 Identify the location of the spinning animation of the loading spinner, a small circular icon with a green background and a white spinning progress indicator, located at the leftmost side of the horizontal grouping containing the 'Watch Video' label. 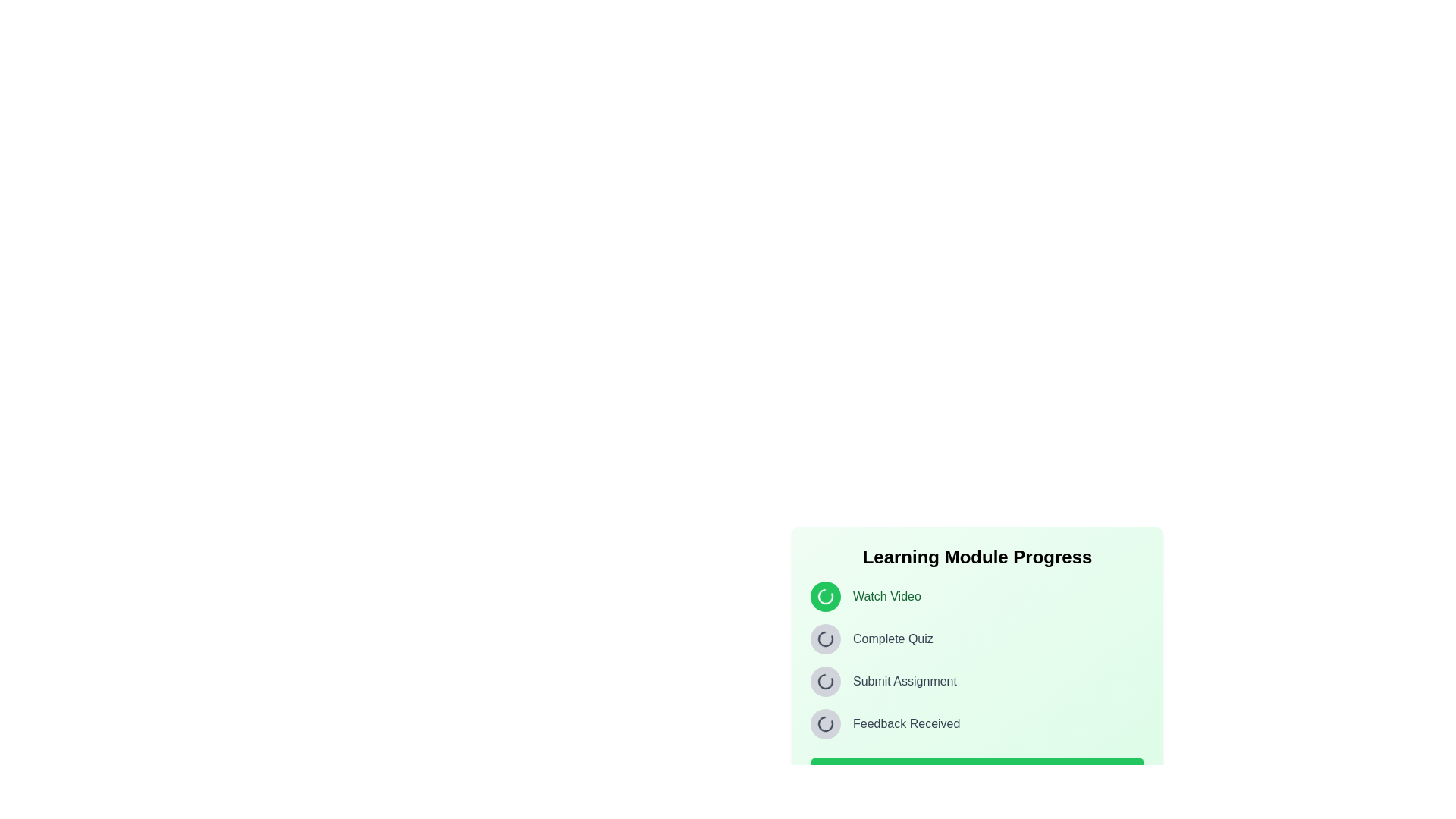
(825, 595).